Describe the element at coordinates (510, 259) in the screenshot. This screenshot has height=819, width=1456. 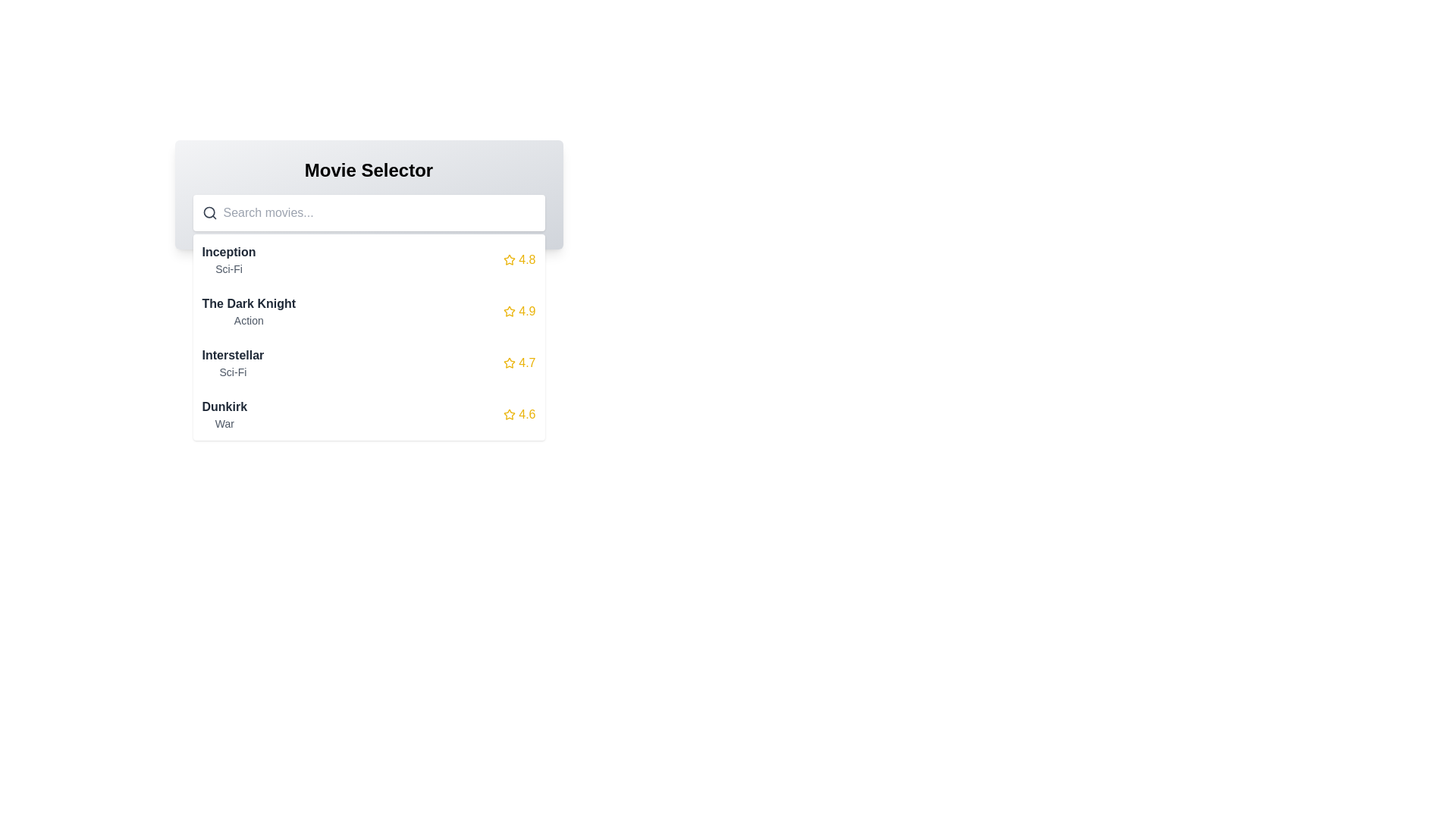
I see `the star-shaped icon with a hollow center, styled with a yellow outline, located next to the text 'Inception' and before the number '4.8'` at that location.